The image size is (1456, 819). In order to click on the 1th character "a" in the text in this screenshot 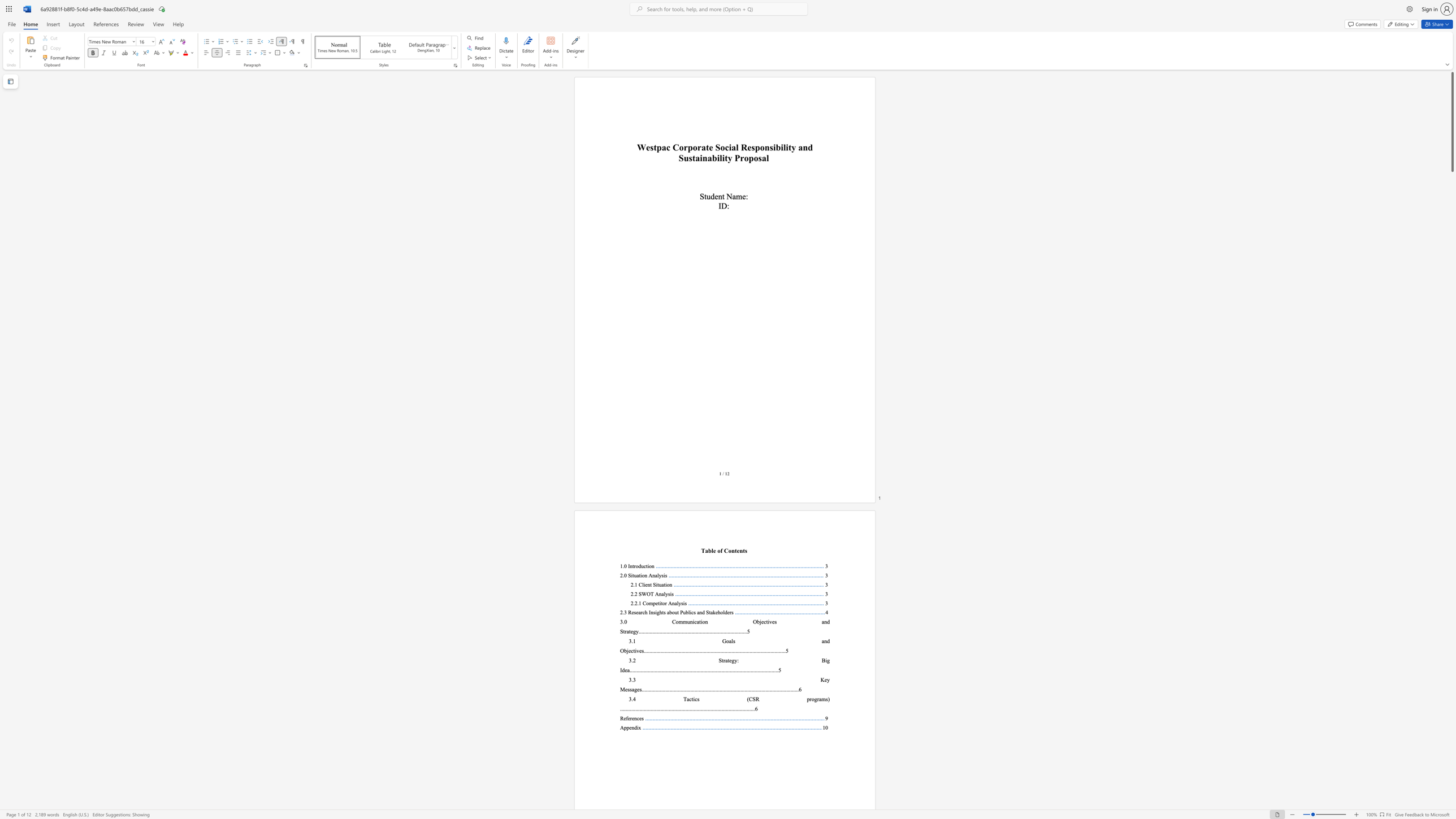, I will do `click(638, 575)`.